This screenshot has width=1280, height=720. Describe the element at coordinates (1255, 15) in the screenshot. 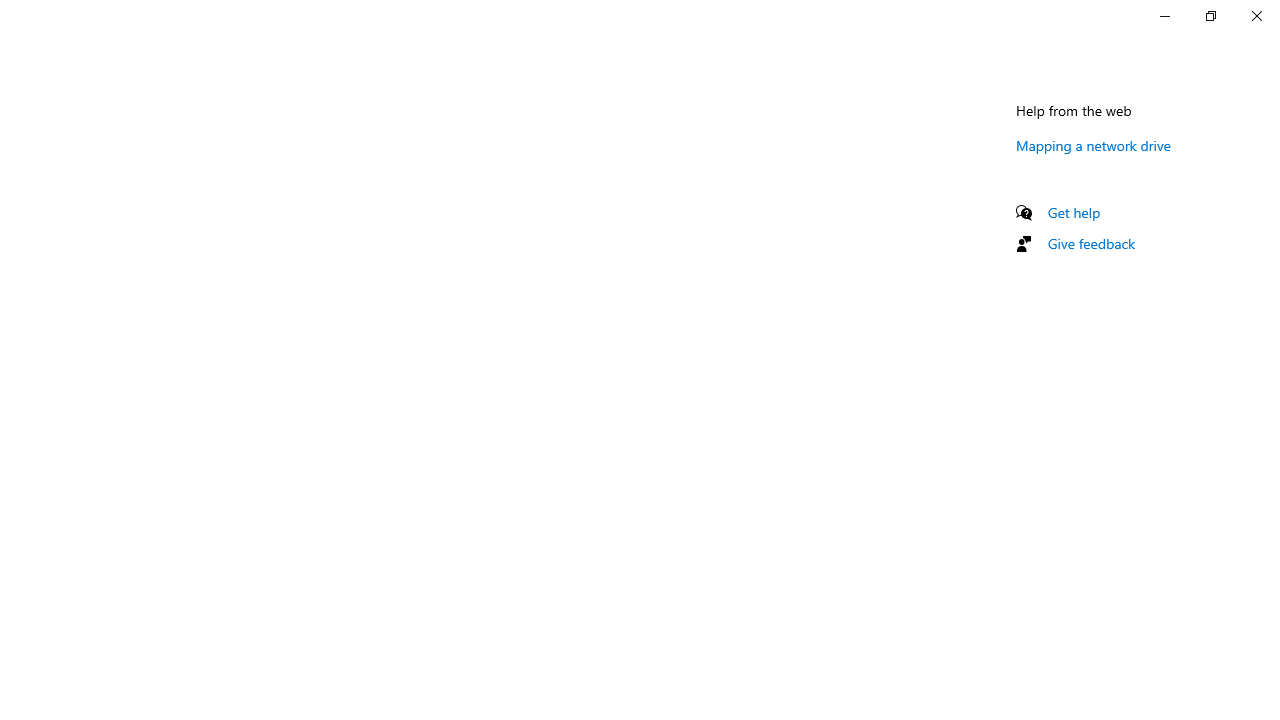

I see `'Close Settings'` at that location.